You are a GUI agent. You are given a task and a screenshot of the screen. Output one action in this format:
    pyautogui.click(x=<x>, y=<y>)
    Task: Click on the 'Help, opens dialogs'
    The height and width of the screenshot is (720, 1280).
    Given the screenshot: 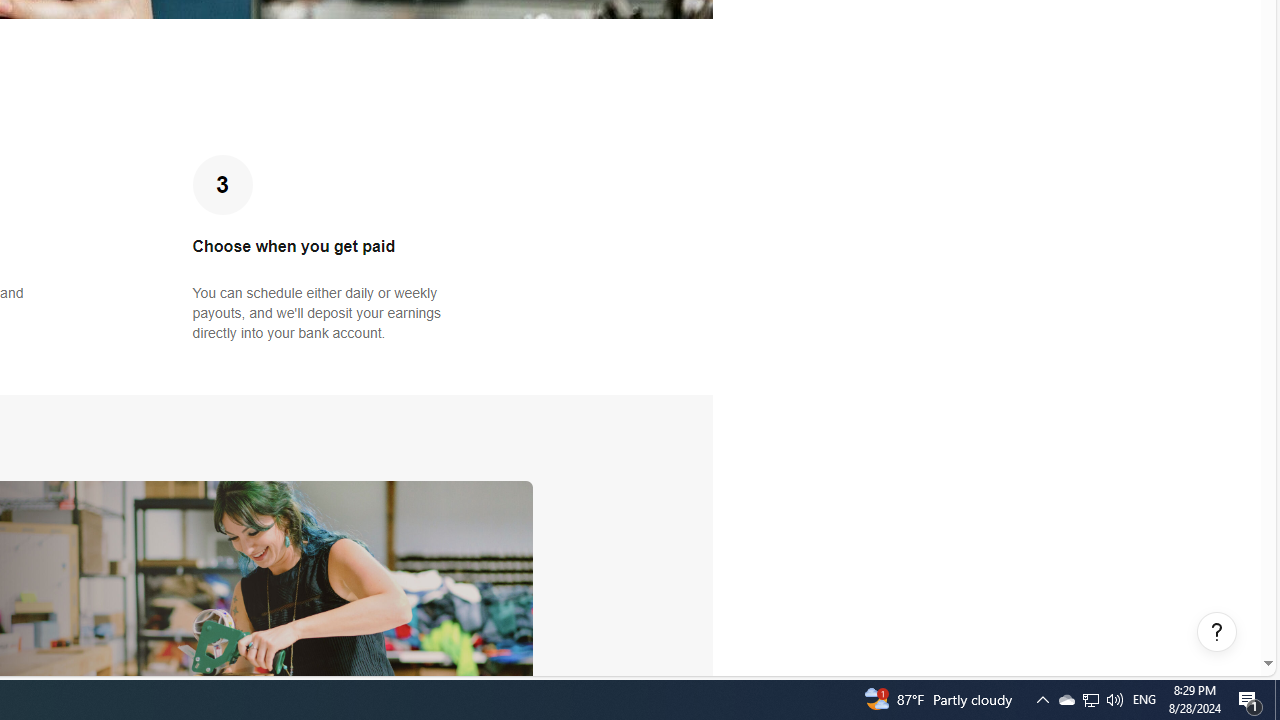 What is the action you would take?
    pyautogui.click(x=1216, y=632)
    